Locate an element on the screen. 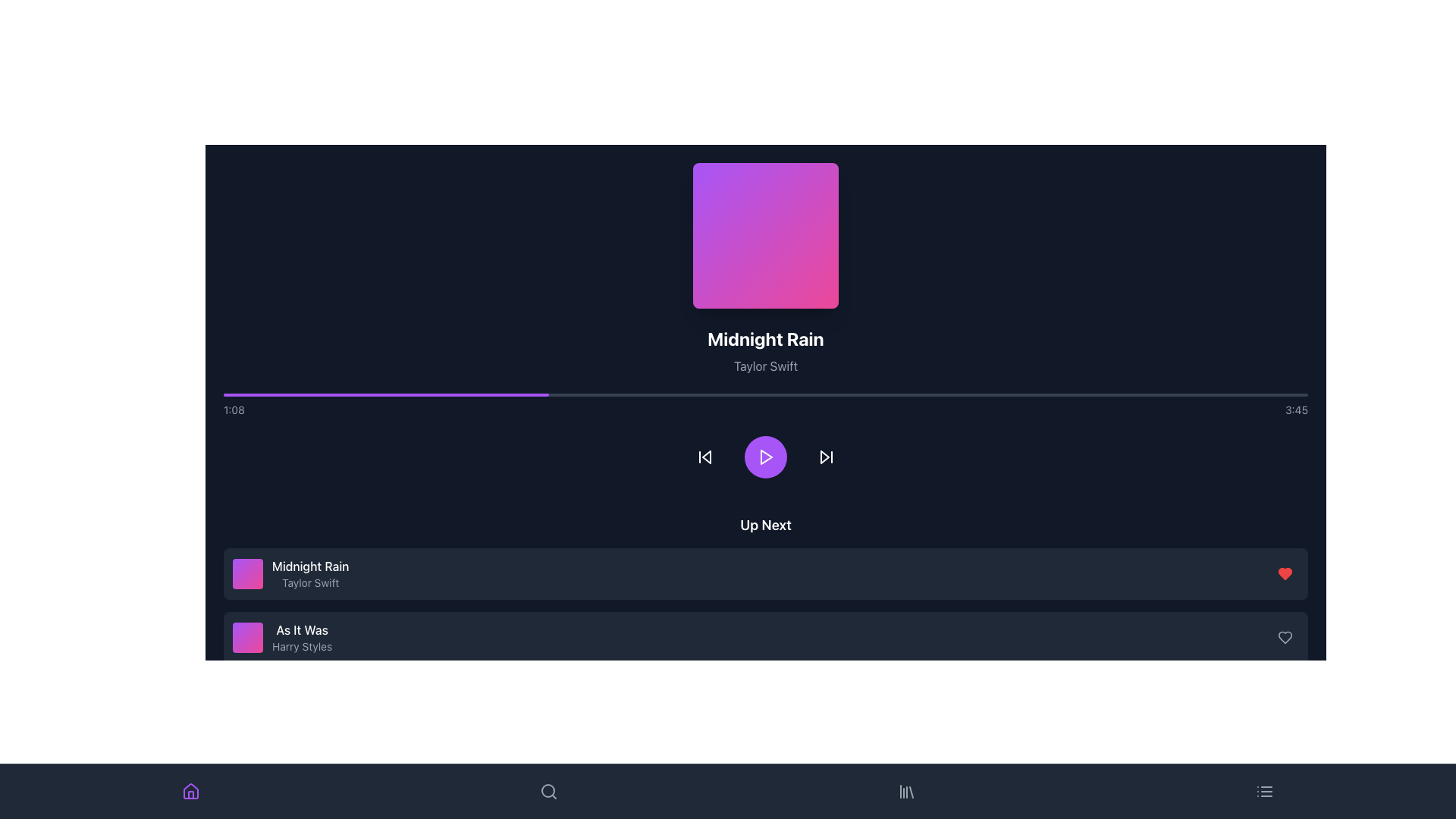 The image size is (1456, 819). text displayed as 'Midnight Rain' by Taylor Swift, which is presented in a bold title and a lighter subtitle, located in the Up Next section of the interface is located at coordinates (309, 573).